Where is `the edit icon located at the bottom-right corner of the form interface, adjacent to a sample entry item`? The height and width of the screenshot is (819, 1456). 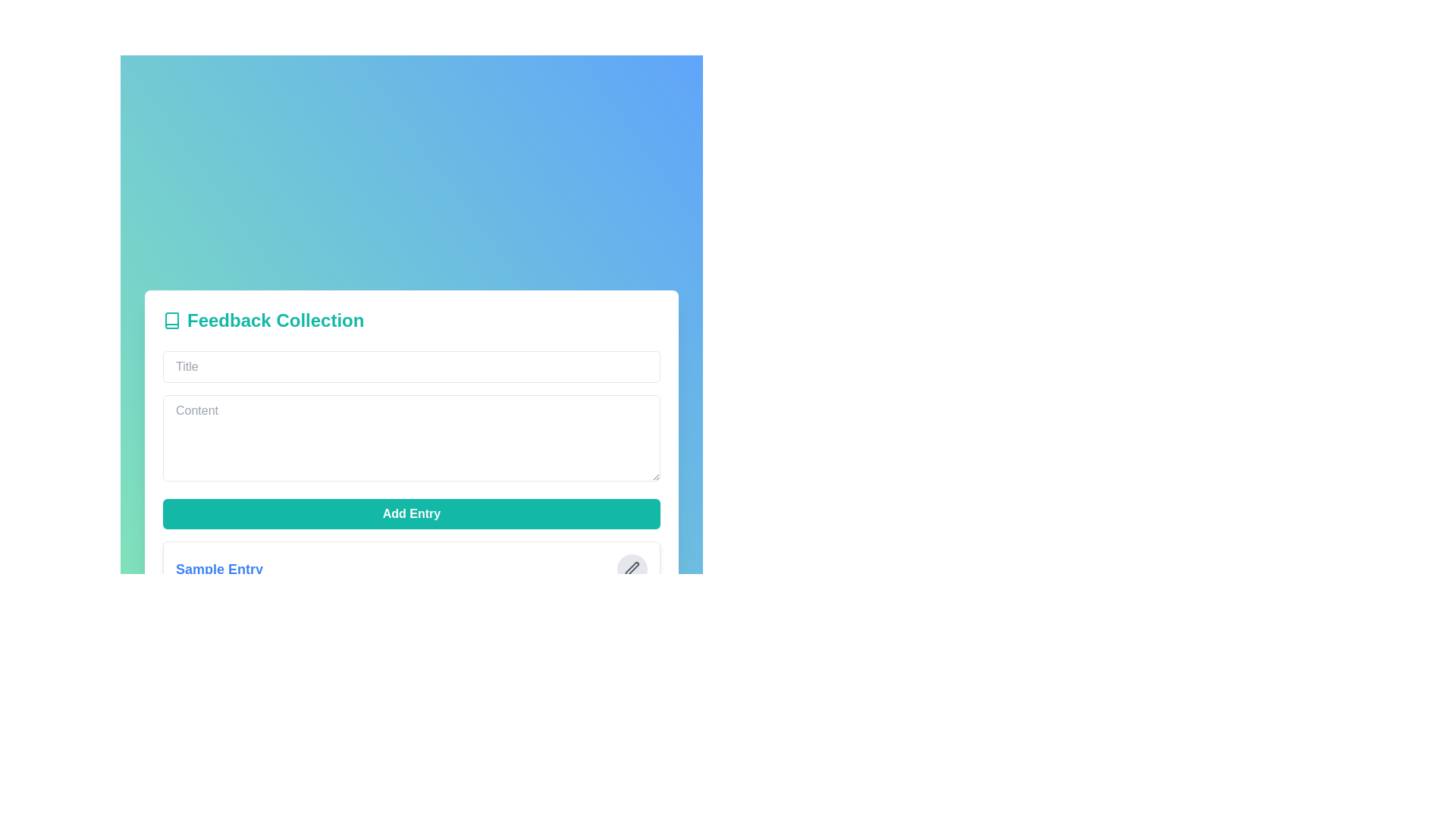 the edit icon located at the bottom-right corner of the form interface, adjacent to a sample entry item is located at coordinates (632, 568).